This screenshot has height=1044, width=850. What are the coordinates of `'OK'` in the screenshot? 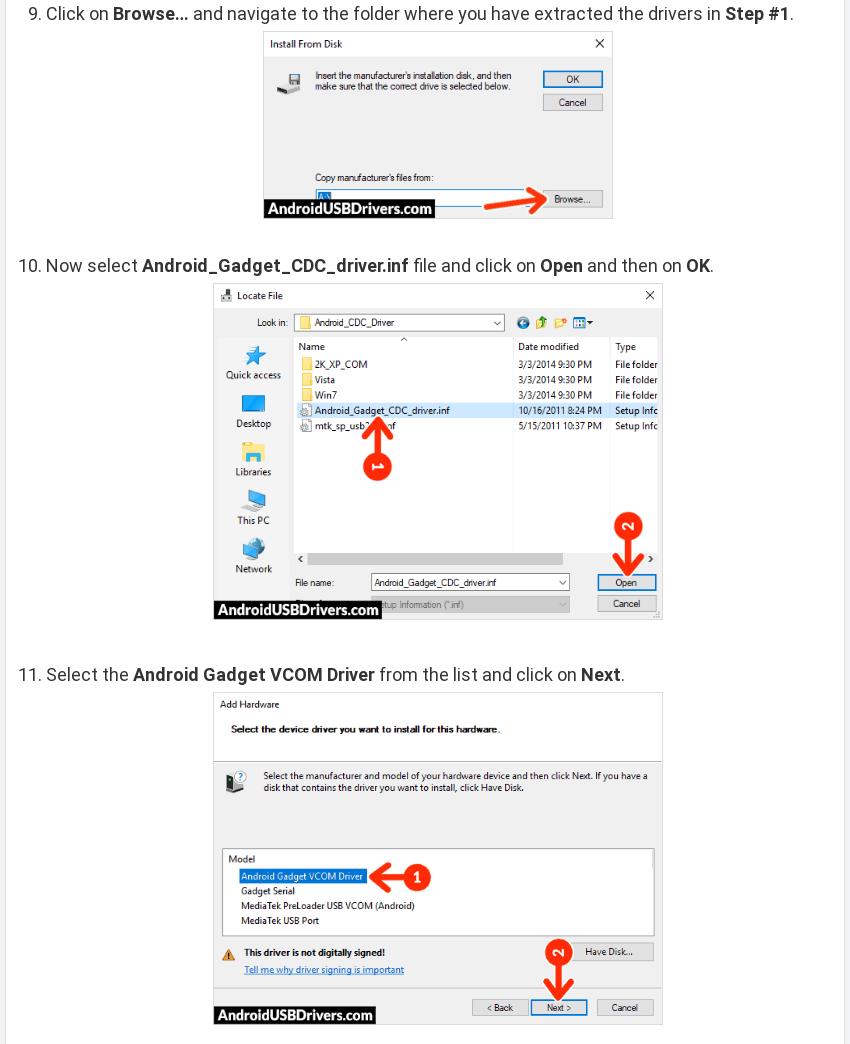 It's located at (697, 263).